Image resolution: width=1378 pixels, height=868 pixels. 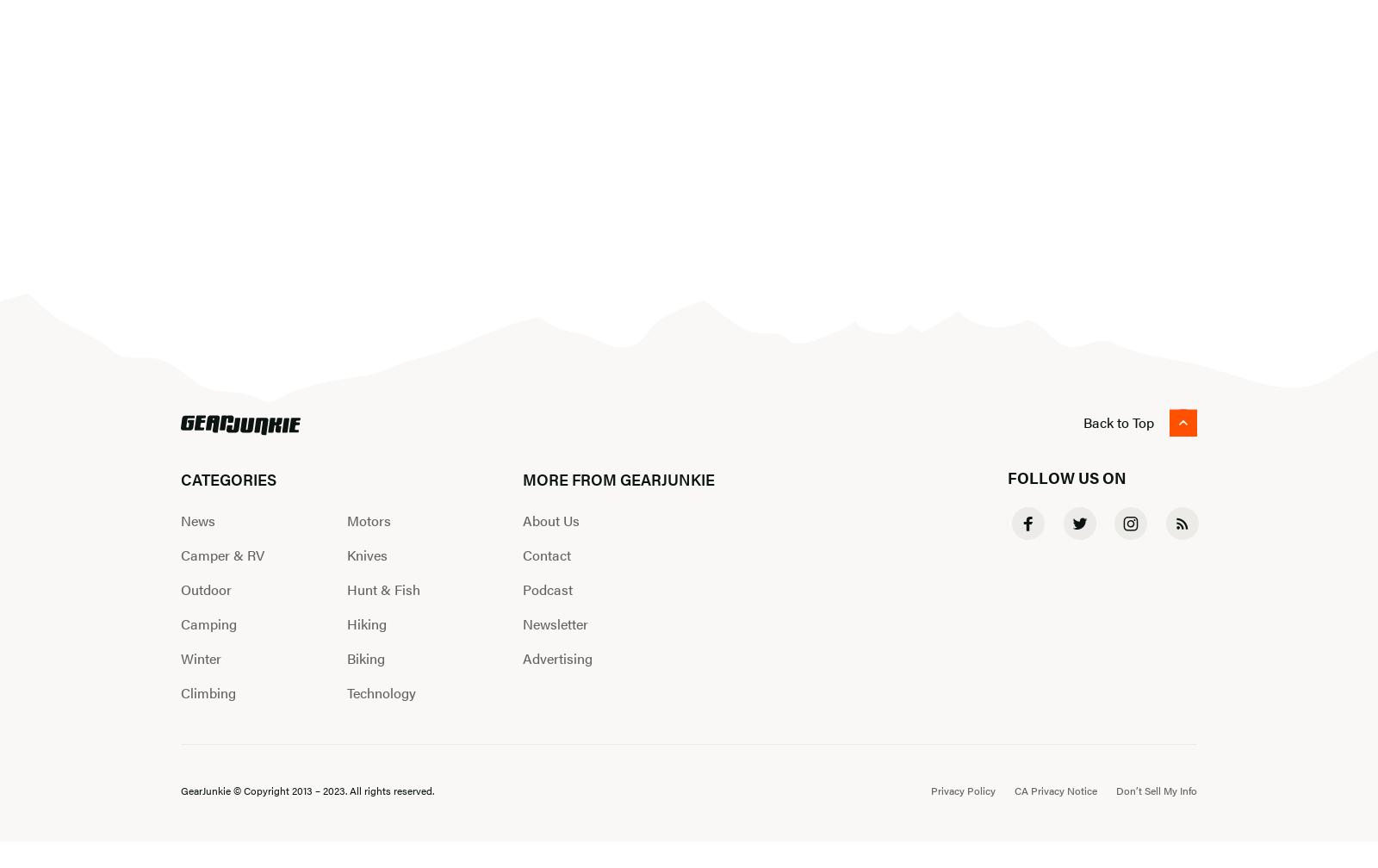 What do you see at coordinates (197, 519) in the screenshot?
I see `'News'` at bounding box center [197, 519].